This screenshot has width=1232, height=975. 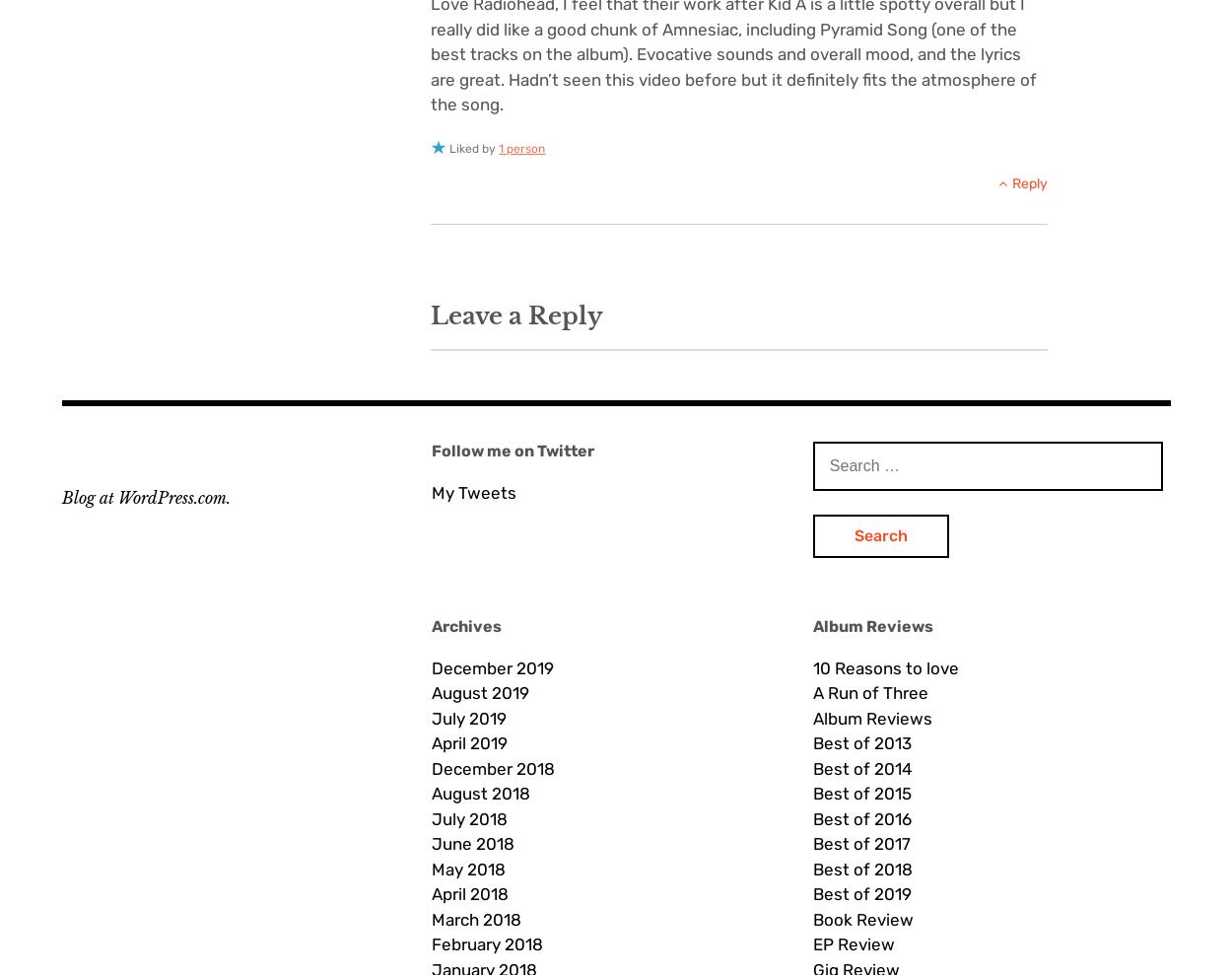 What do you see at coordinates (472, 492) in the screenshot?
I see `'My Tweets'` at bounding box center [472, 492].